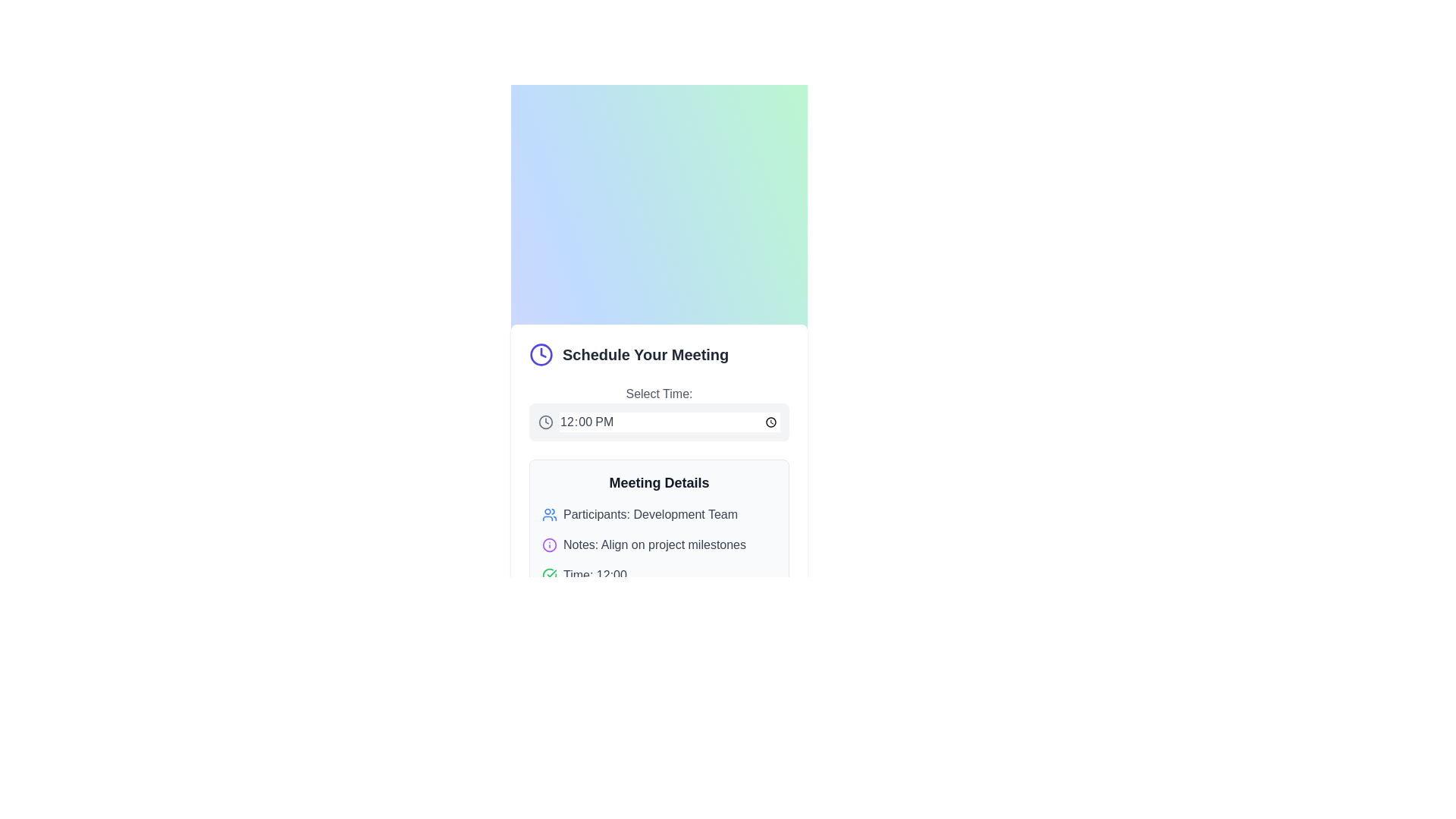 This screenshot has height=819, width=1456. What do you see at coordinates (548, 544) in the screenshot?
I see `the circular vector graphic (SVG) icon that represents an information or note icon, located to the left of the 'Notes: Align on project milestones' text in the 'Meeting Details' section` at bounding box center [548, 544].